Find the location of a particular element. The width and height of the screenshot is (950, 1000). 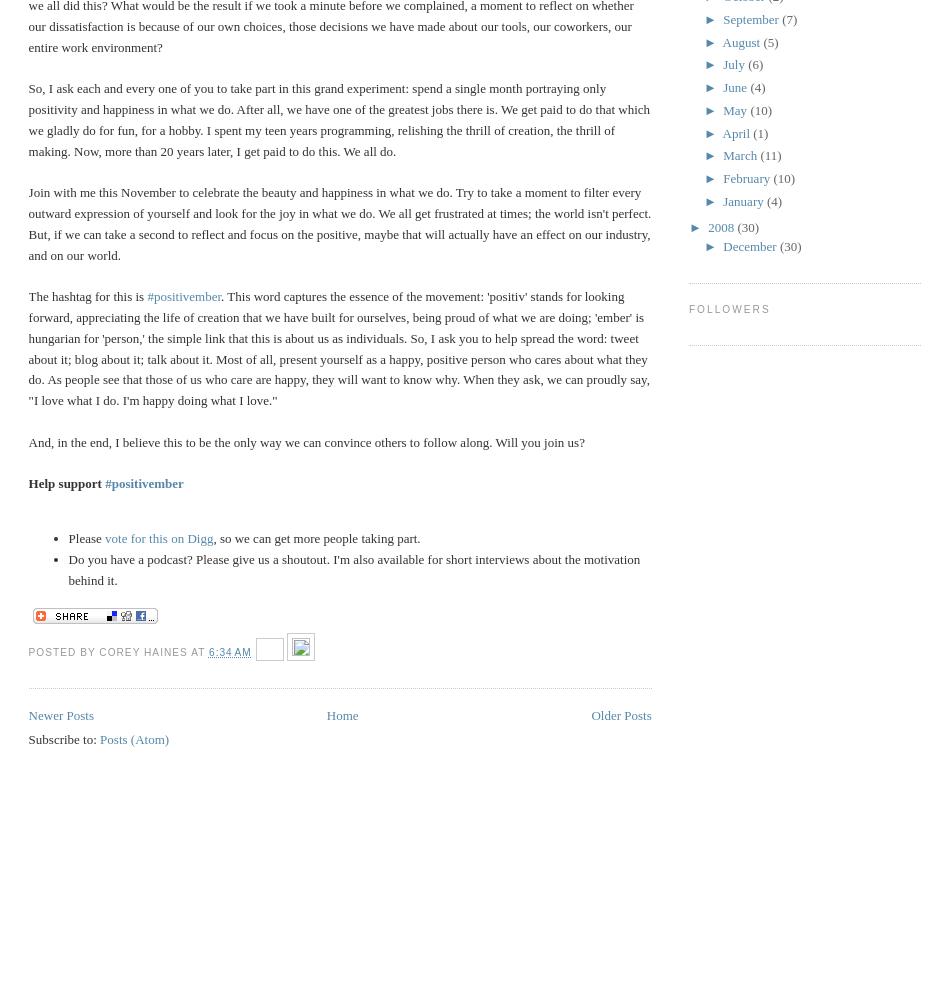

'6:34 AM' is located at coordinates (229, 651).